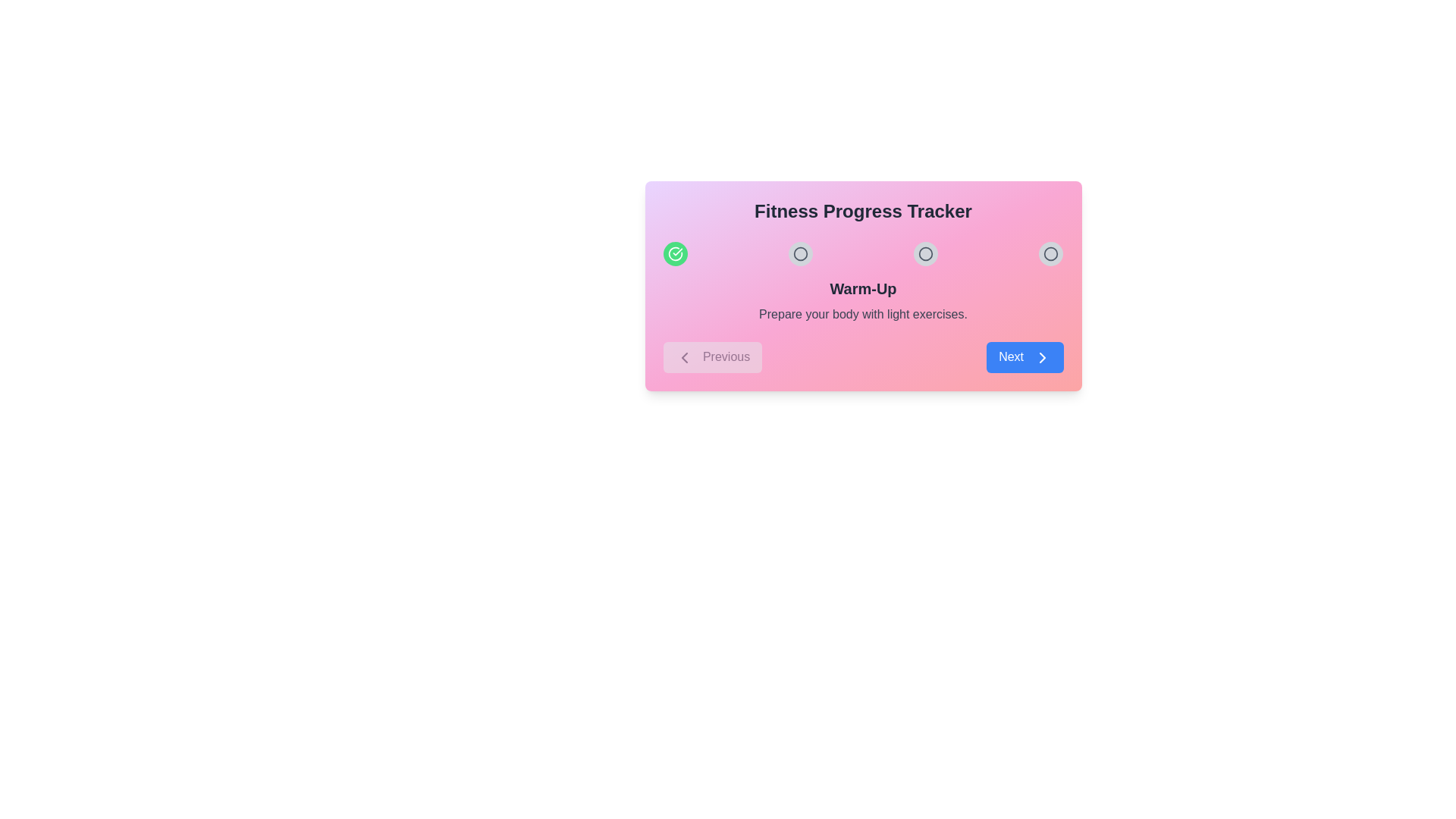 The image size is (1456, 819). I want to click on the inactive step indicator, so click(1050, 253).